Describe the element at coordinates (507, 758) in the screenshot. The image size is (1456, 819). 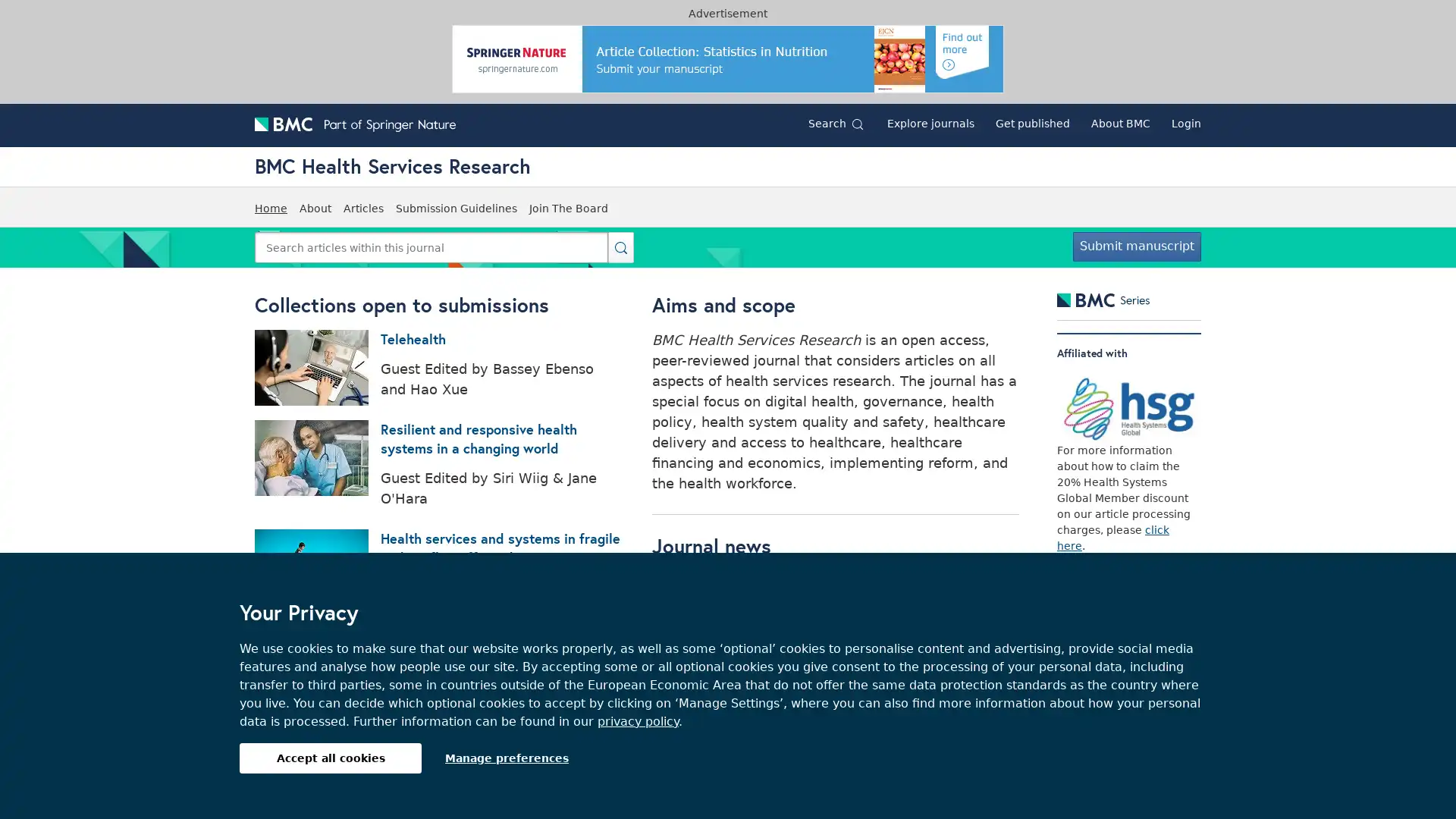
I see `Manage preferences` at that location.